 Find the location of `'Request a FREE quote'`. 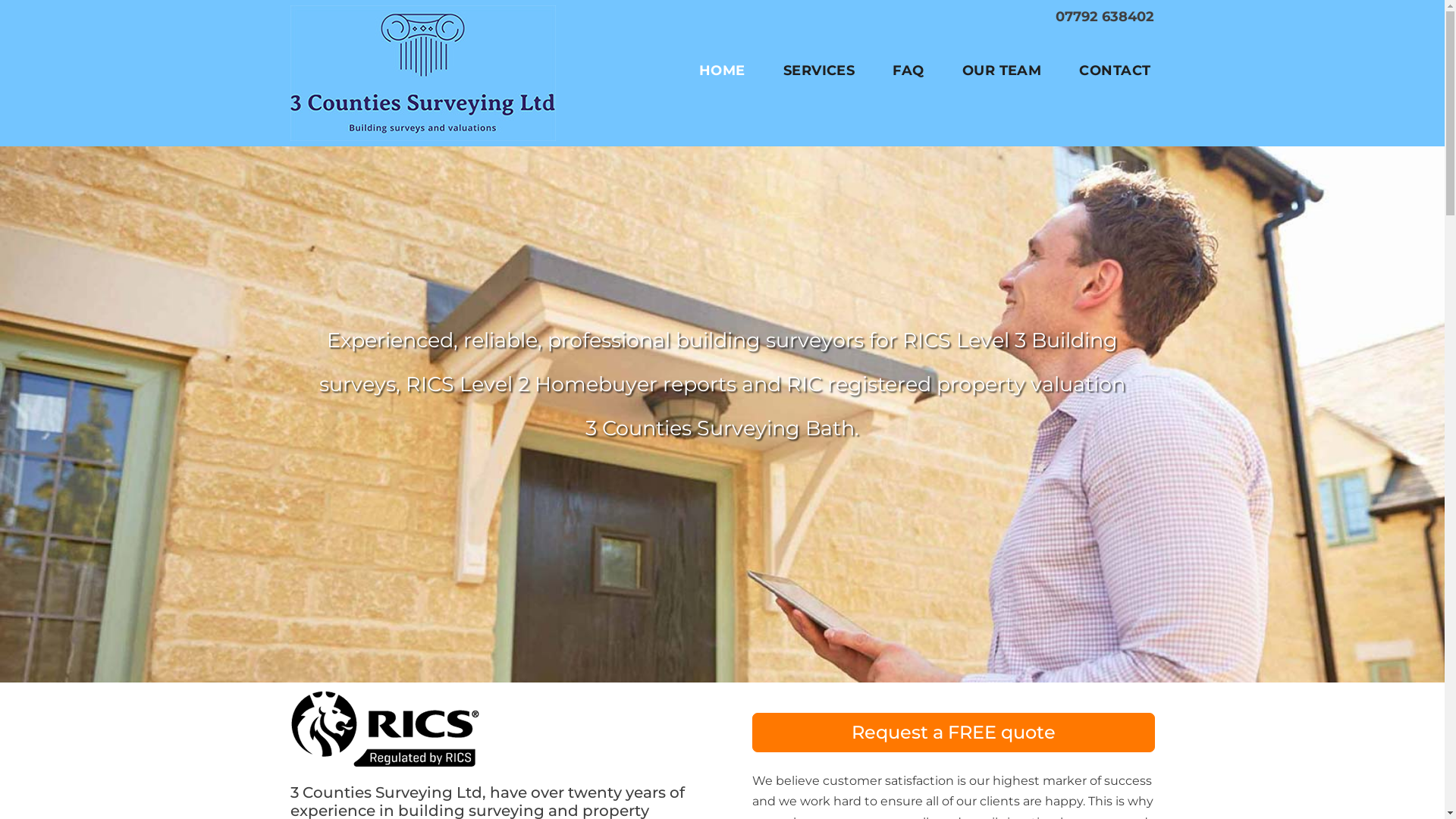

'Request a FREE quote' is located at coordinates (952, 731).